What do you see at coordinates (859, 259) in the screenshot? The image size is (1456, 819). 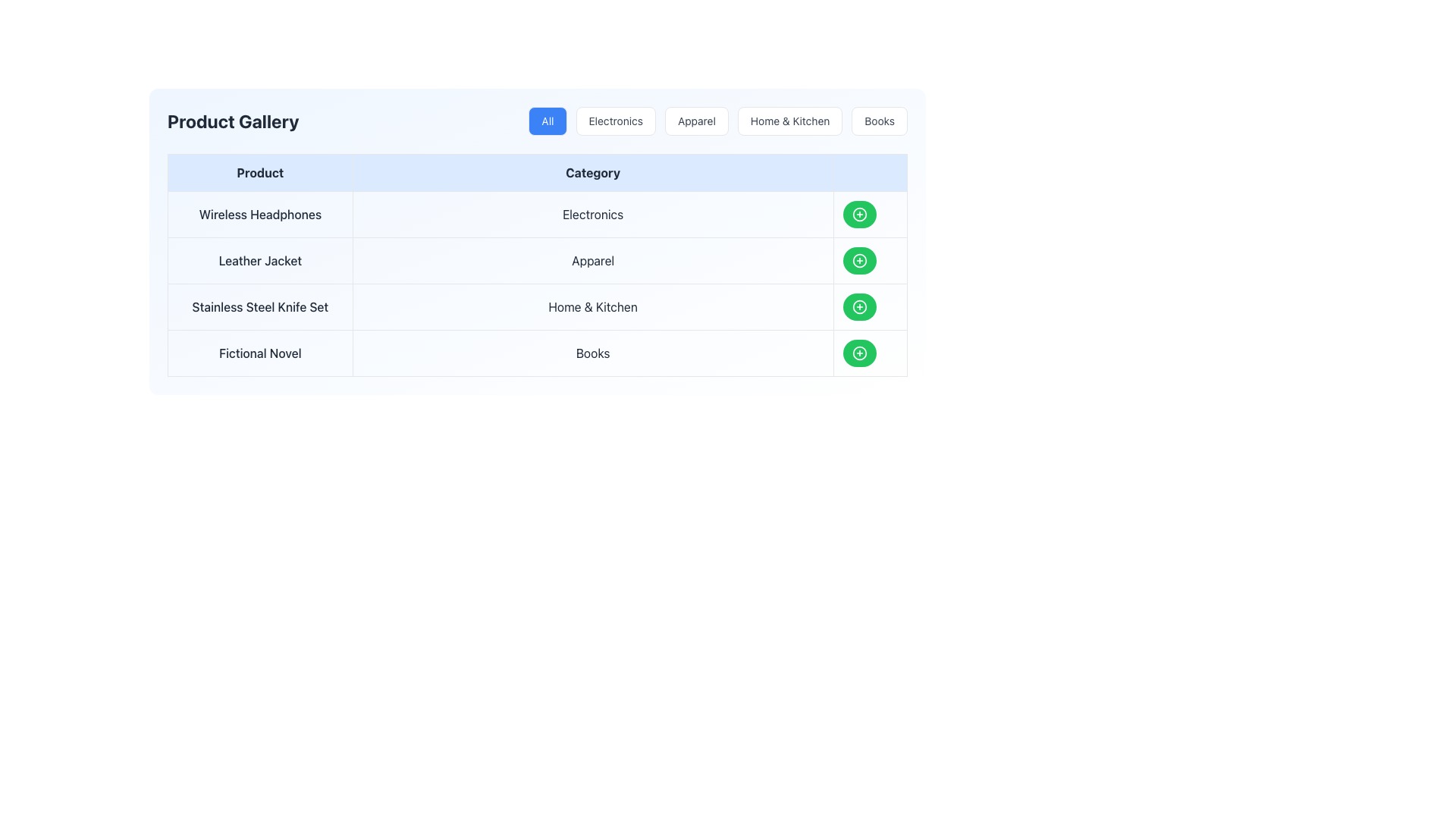 I see `the circular green button with a white plus sign located in the second row under the 'Category' column adjacent to 'Apparel'` at bounding box center [859, 259].